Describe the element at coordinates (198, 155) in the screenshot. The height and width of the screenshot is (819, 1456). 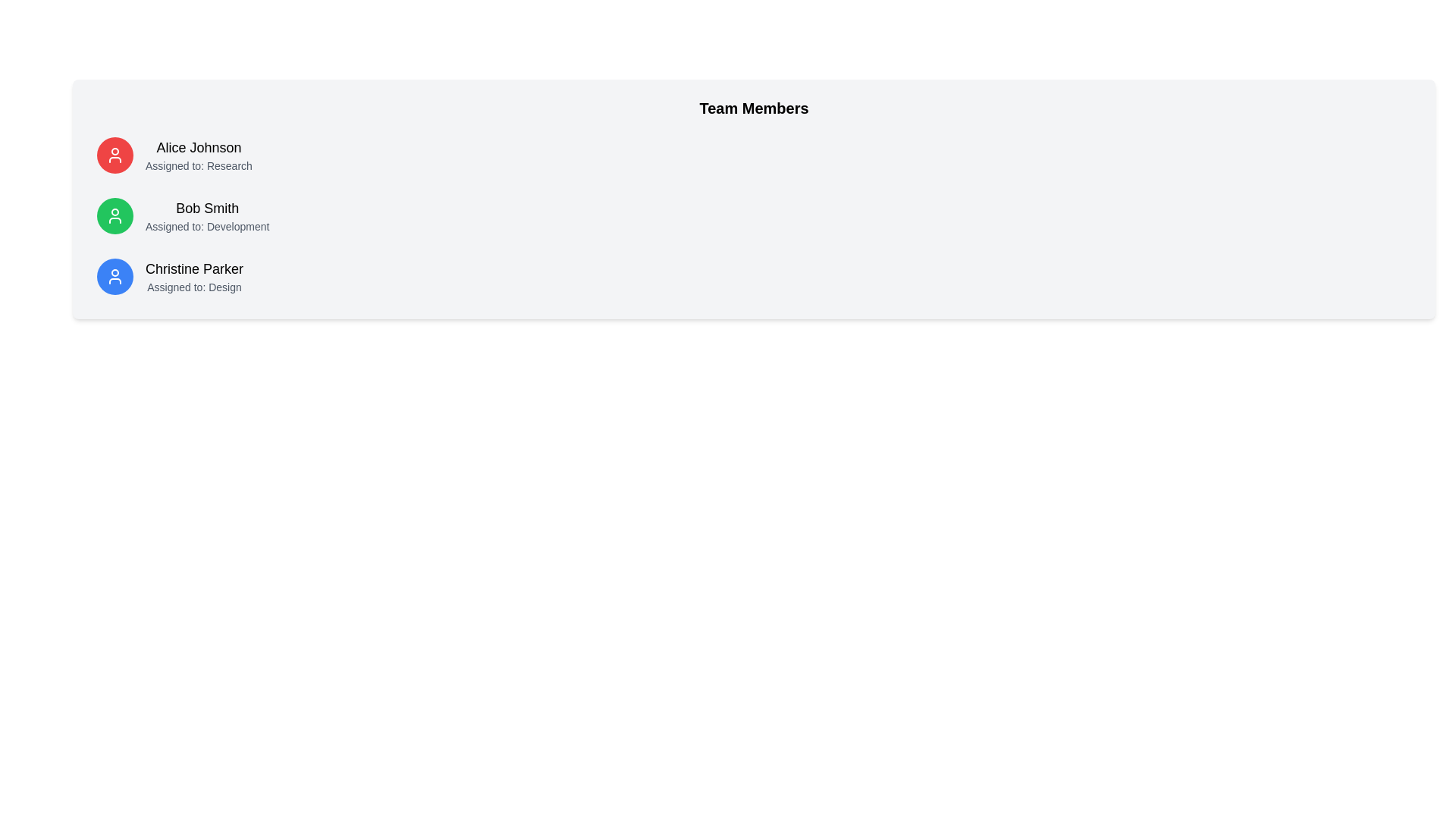
I see `the first text block in the vertical list under the 'Team Members' header to interact with the information about a team member's role or department` at that location.